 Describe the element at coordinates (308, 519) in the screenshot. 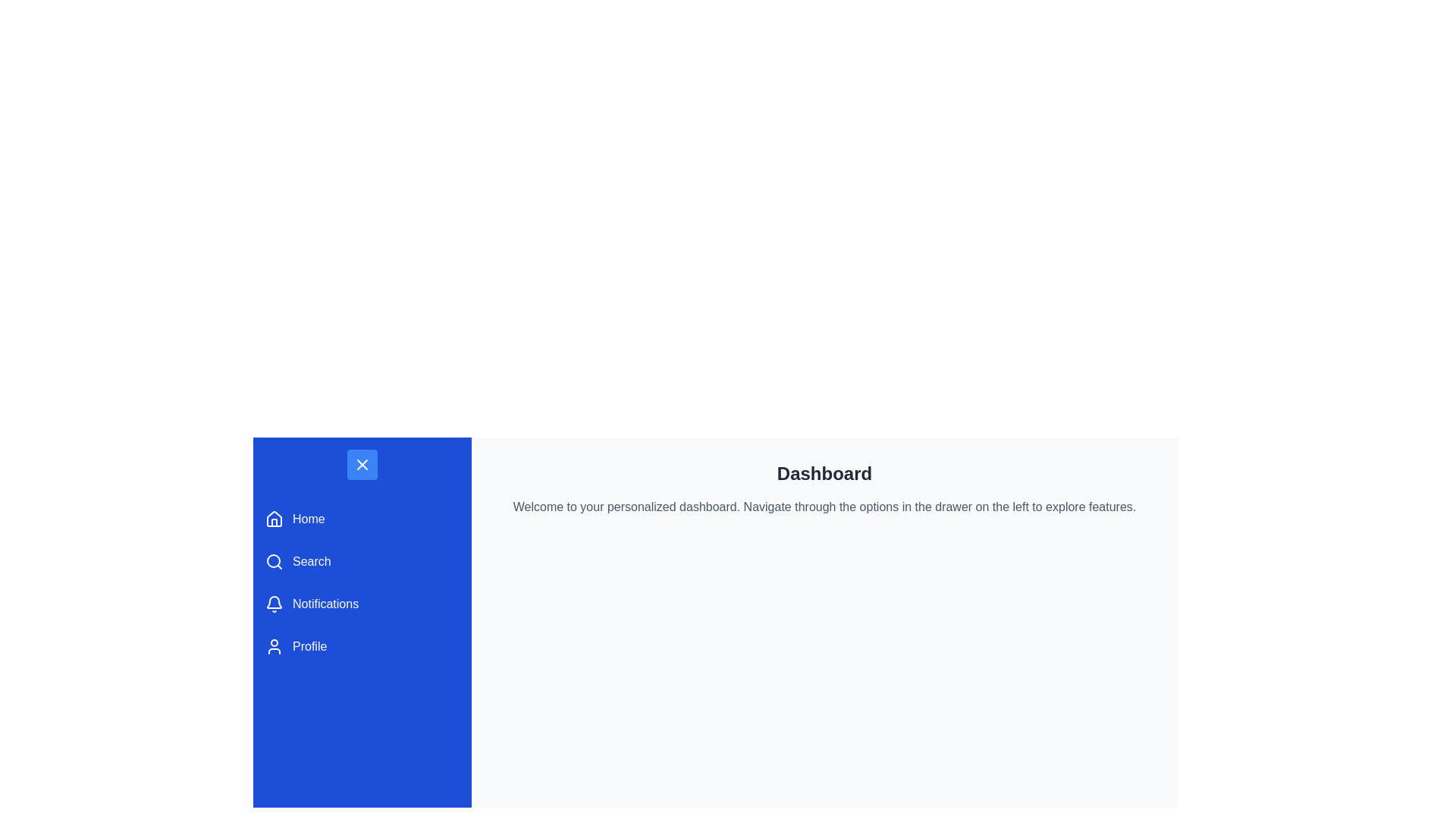

I see `the 'Home' text label styled in white font on a blue background, which is positioned in the sidebar menu as the first item next to a house-shaped icon` at that location.